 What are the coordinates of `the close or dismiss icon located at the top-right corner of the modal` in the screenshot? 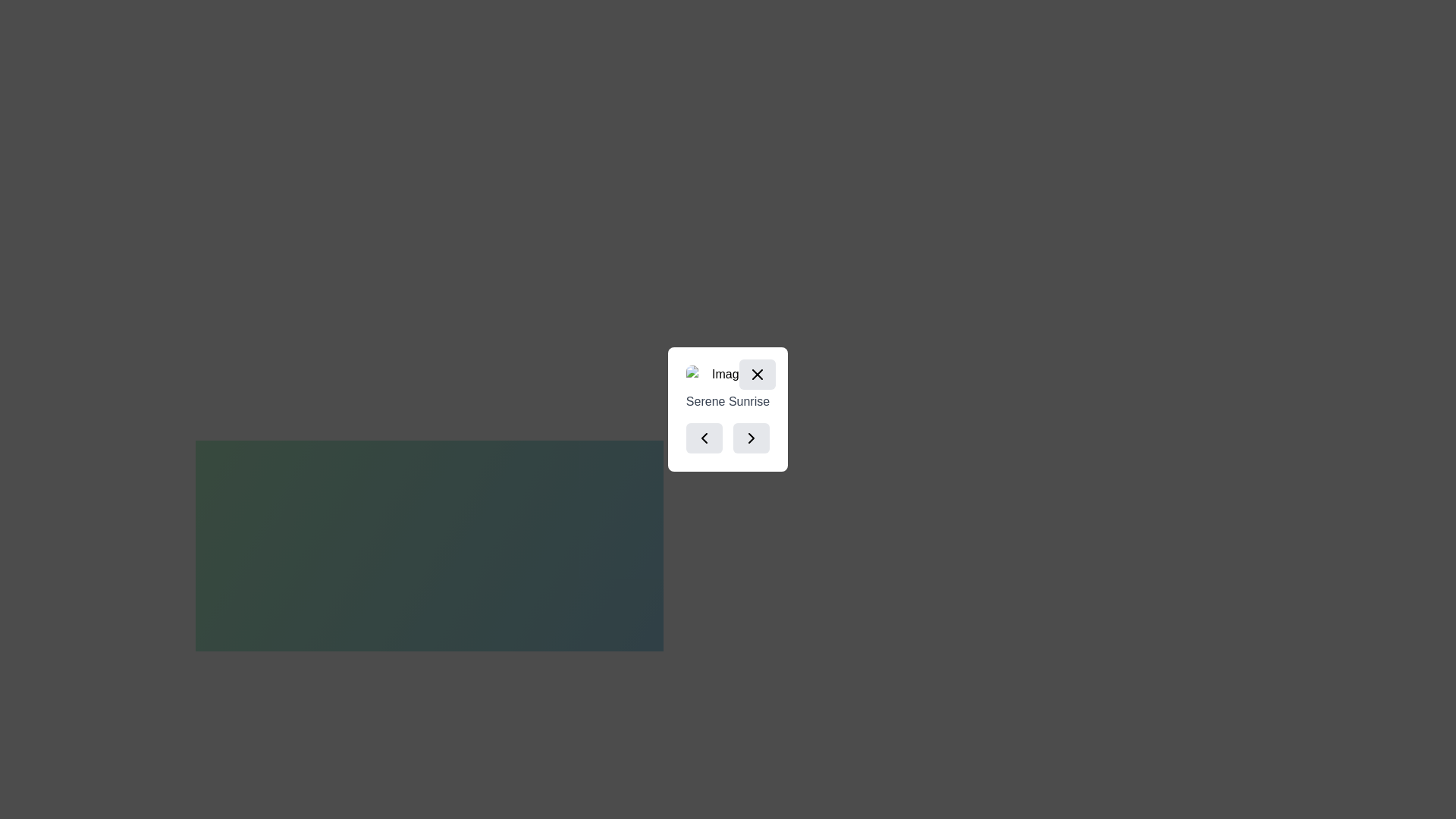 It's located at (758, 374).